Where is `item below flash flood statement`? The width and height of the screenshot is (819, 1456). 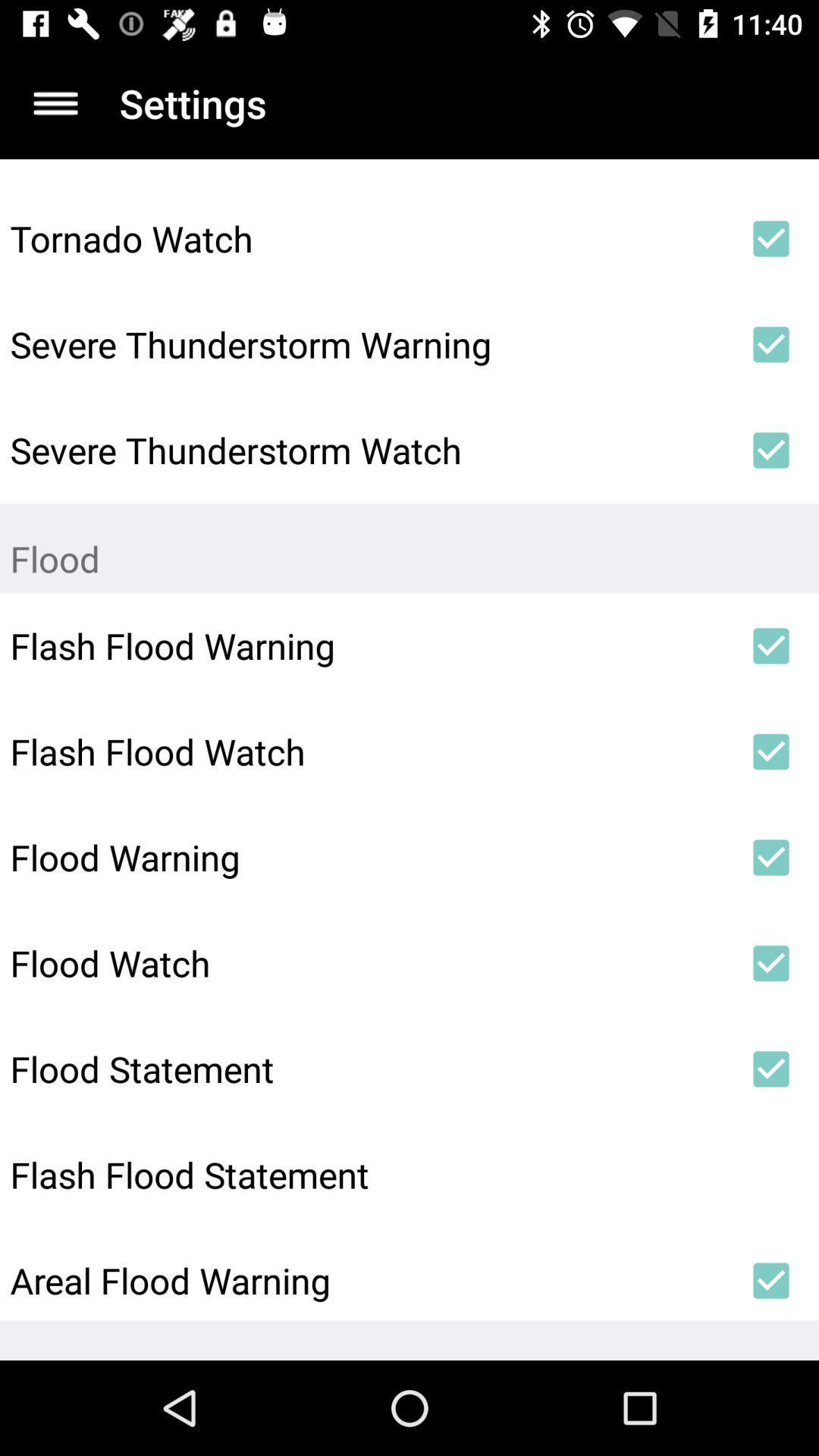
item below flash flood statement is located at coordinates (366, 1279).